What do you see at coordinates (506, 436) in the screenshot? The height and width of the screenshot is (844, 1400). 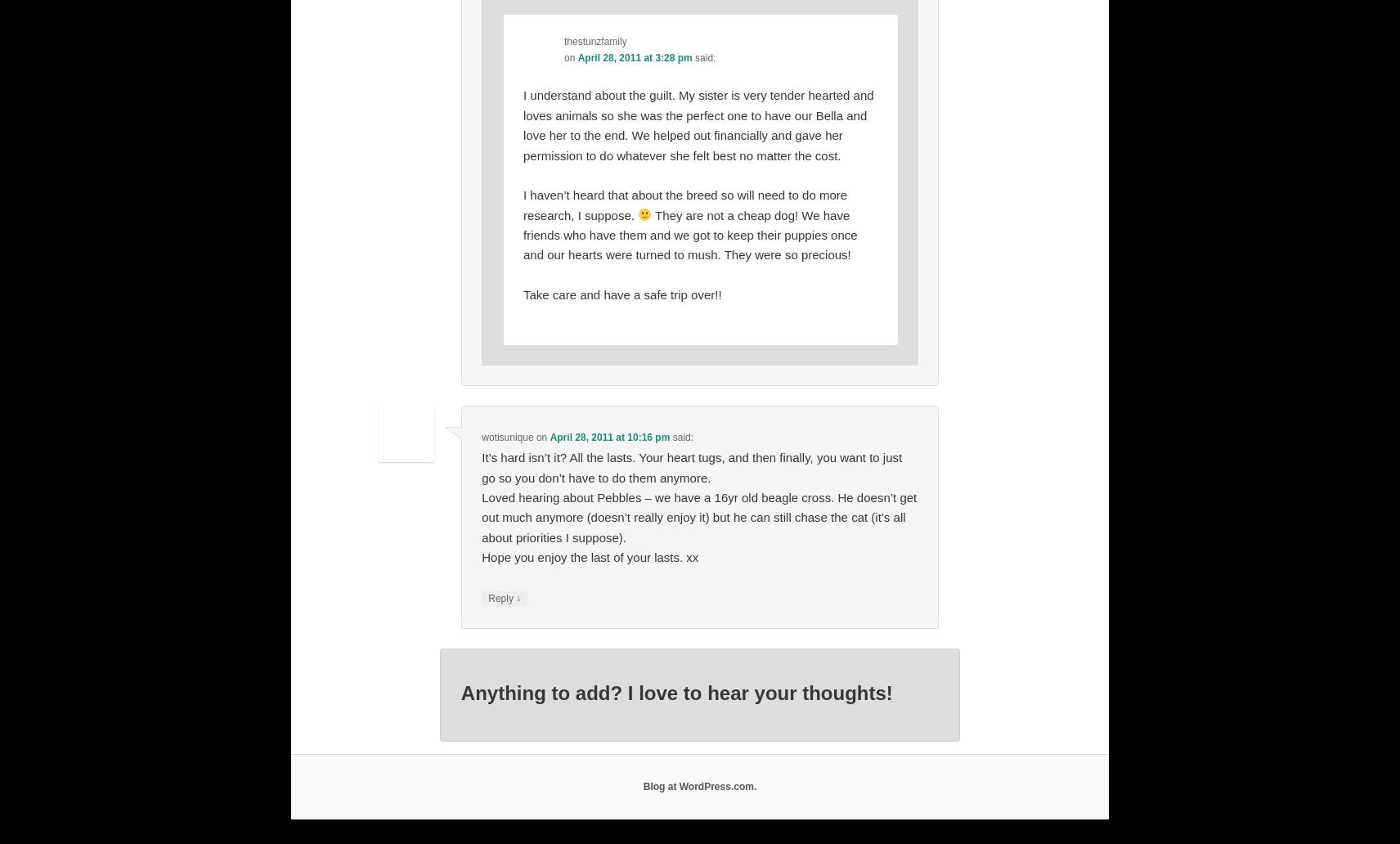 I see `'wotisunique'` at bounding box center [506, 436].